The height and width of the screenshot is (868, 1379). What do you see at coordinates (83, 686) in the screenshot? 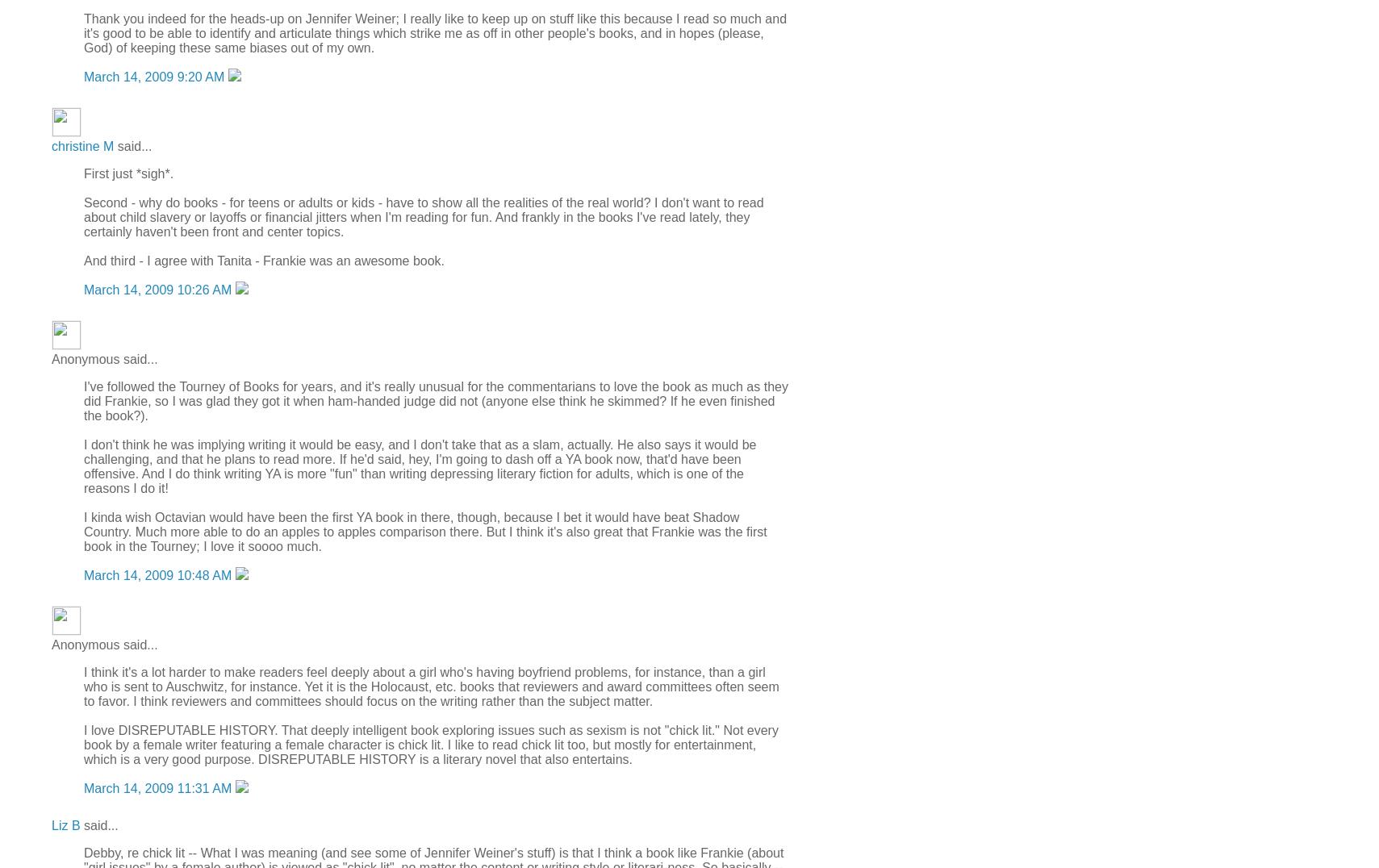
I see `'I think it's a lot harder to make readers feel deeply about a girl who's having boyfriend problems, for instance, than a girl who is sent to Auschwitz, for instance. Yet it is the Holocaust, etc. books that reviewers and award committees often seem to favor. I think reviewers and committees should focus on the writing rather than the subject matter.'` at bounding box center [83, 686].